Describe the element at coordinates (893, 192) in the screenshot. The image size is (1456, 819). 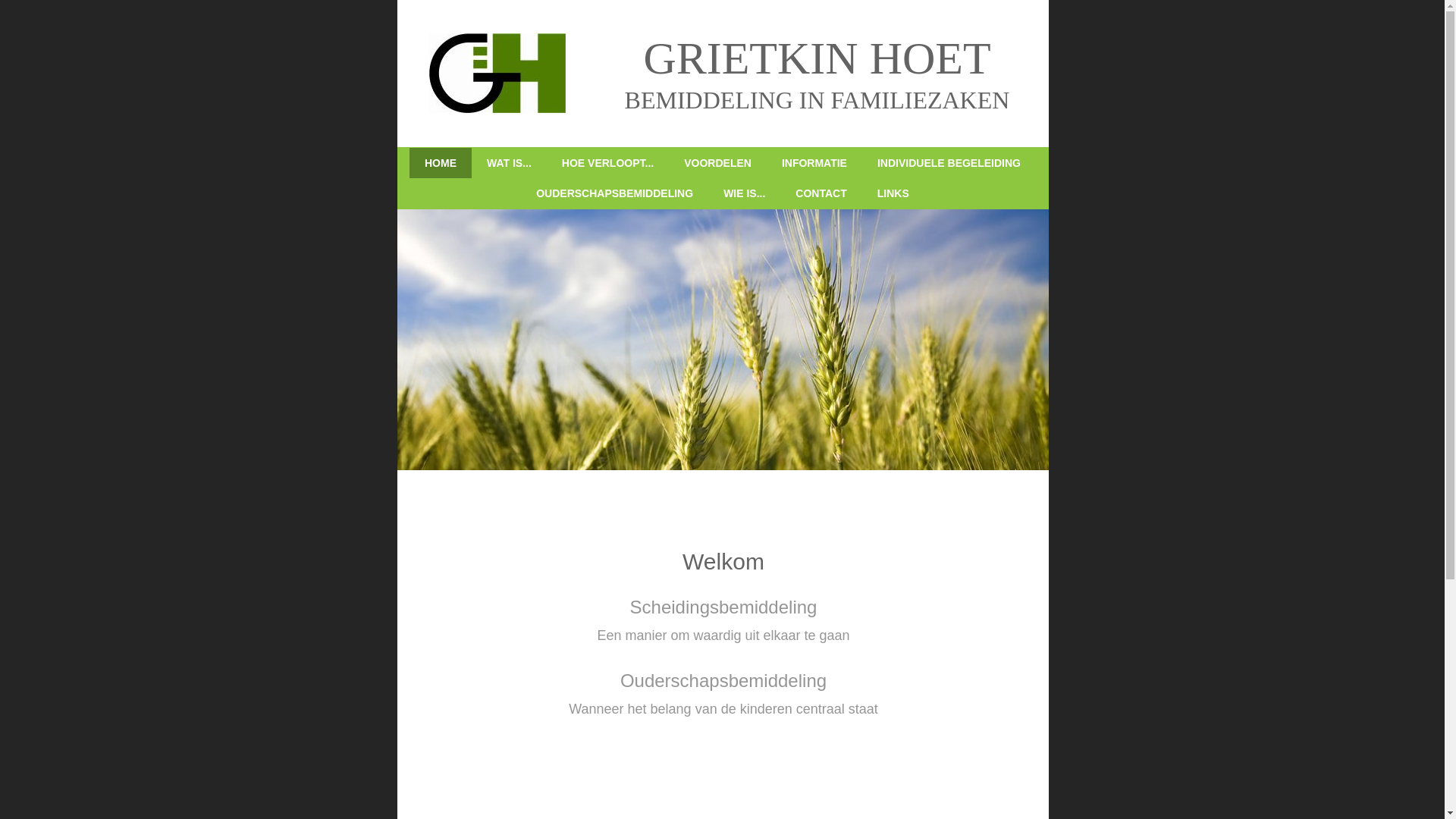
I see `'LINKS'` at that location.